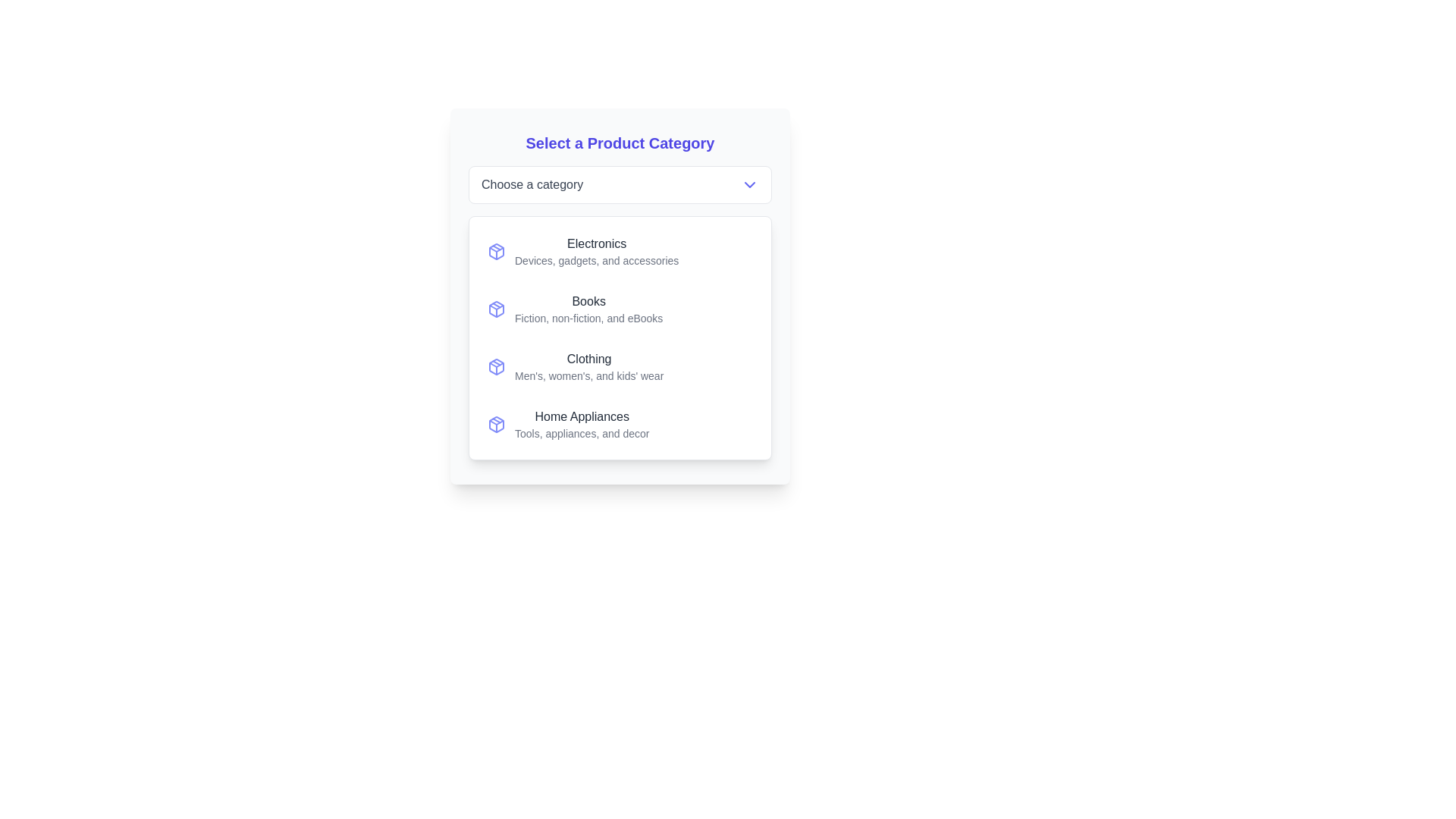 This screenshot has height=819, width=1456. What do you see at coordinates (620, 184) in the screenshot?
I see `the dropdown menu labeled 'Choose a category'` at bounding box center [620, 184].